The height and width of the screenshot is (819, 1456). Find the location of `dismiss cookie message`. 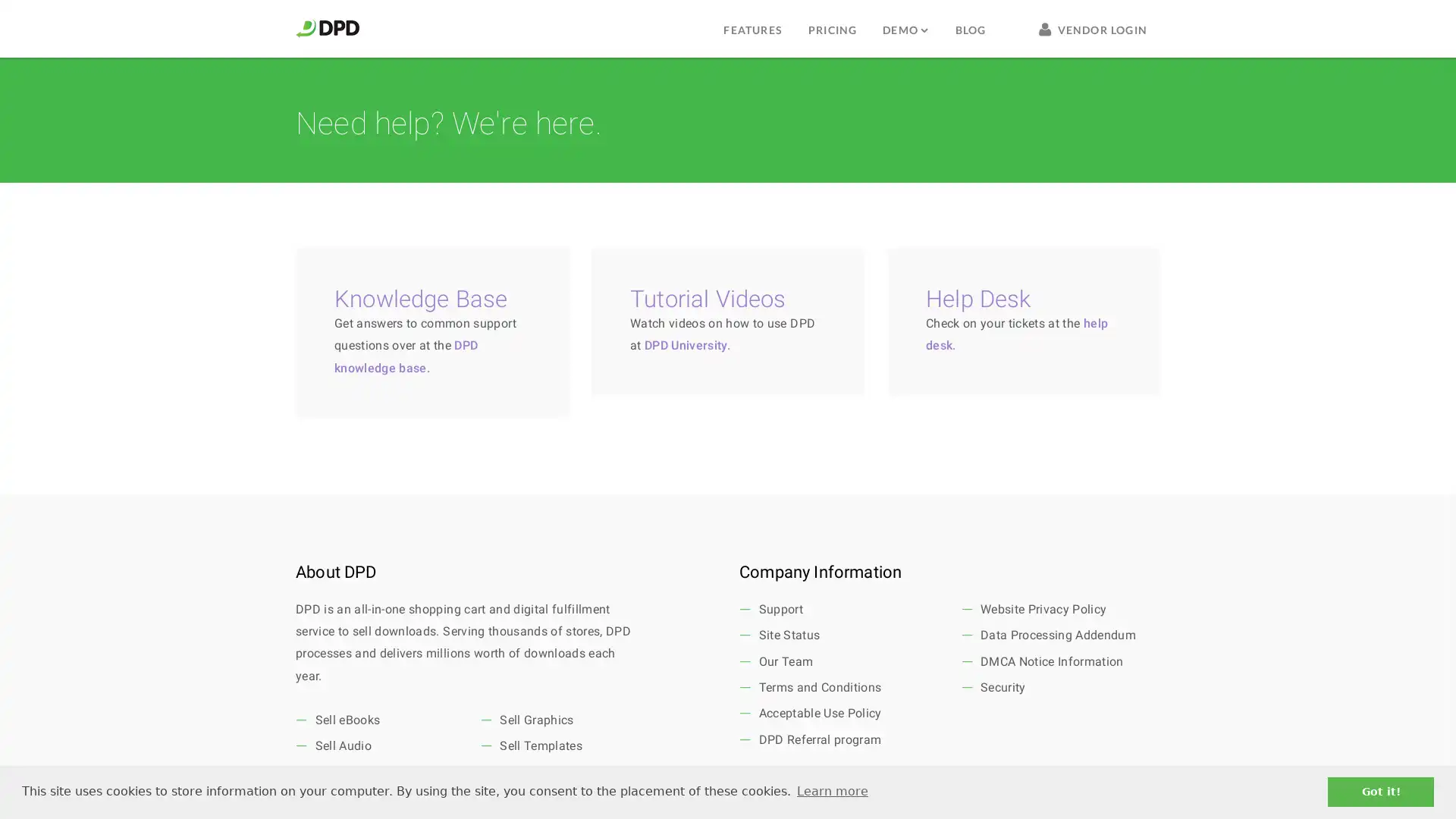

dismiss cookie message is located at coordinates (1380, 791).